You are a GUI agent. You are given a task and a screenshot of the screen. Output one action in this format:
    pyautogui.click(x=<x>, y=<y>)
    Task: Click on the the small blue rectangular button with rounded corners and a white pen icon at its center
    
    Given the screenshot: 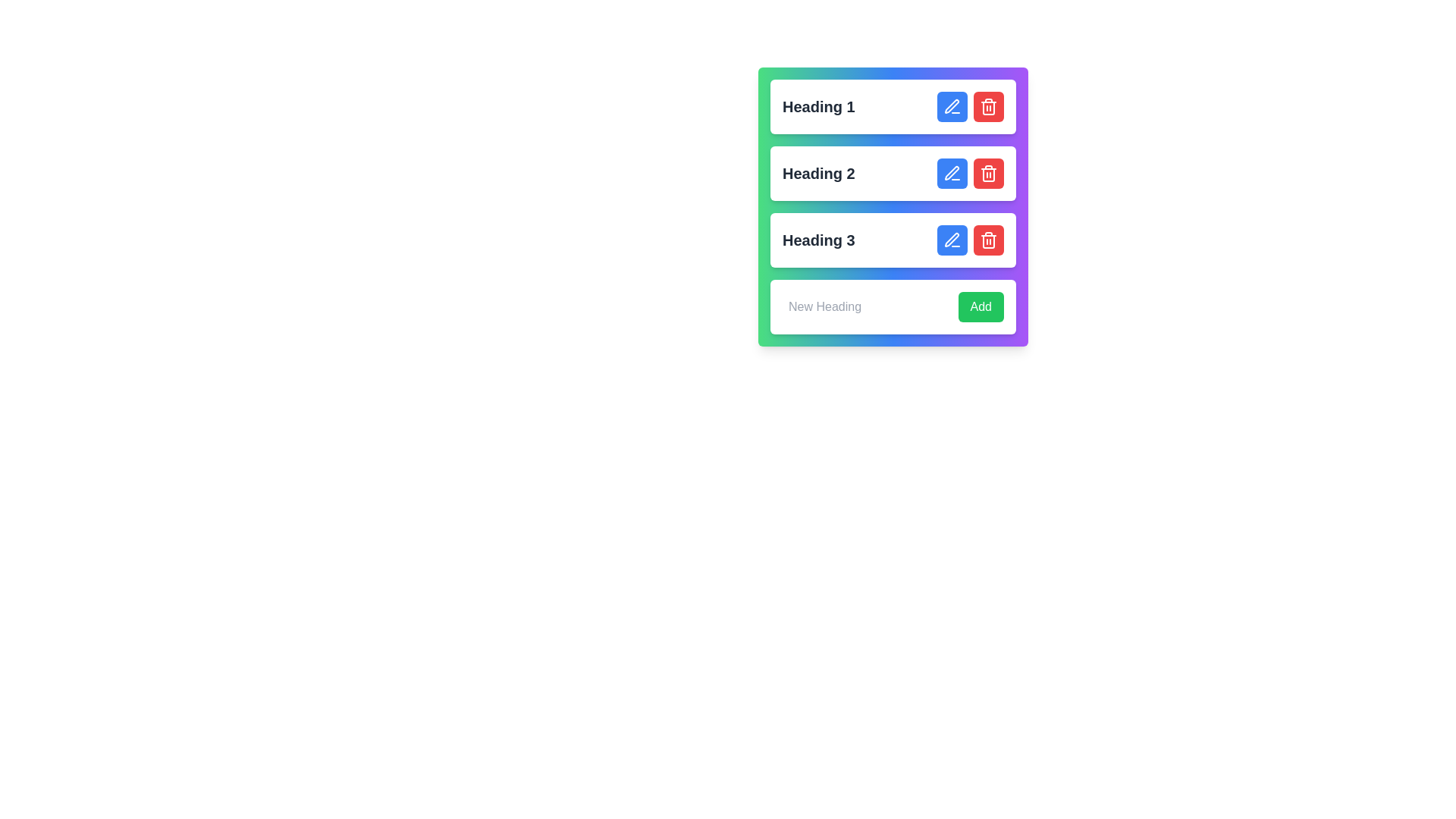 What is the action you would take?
    pyautogui.click(x=952, y=106)
    